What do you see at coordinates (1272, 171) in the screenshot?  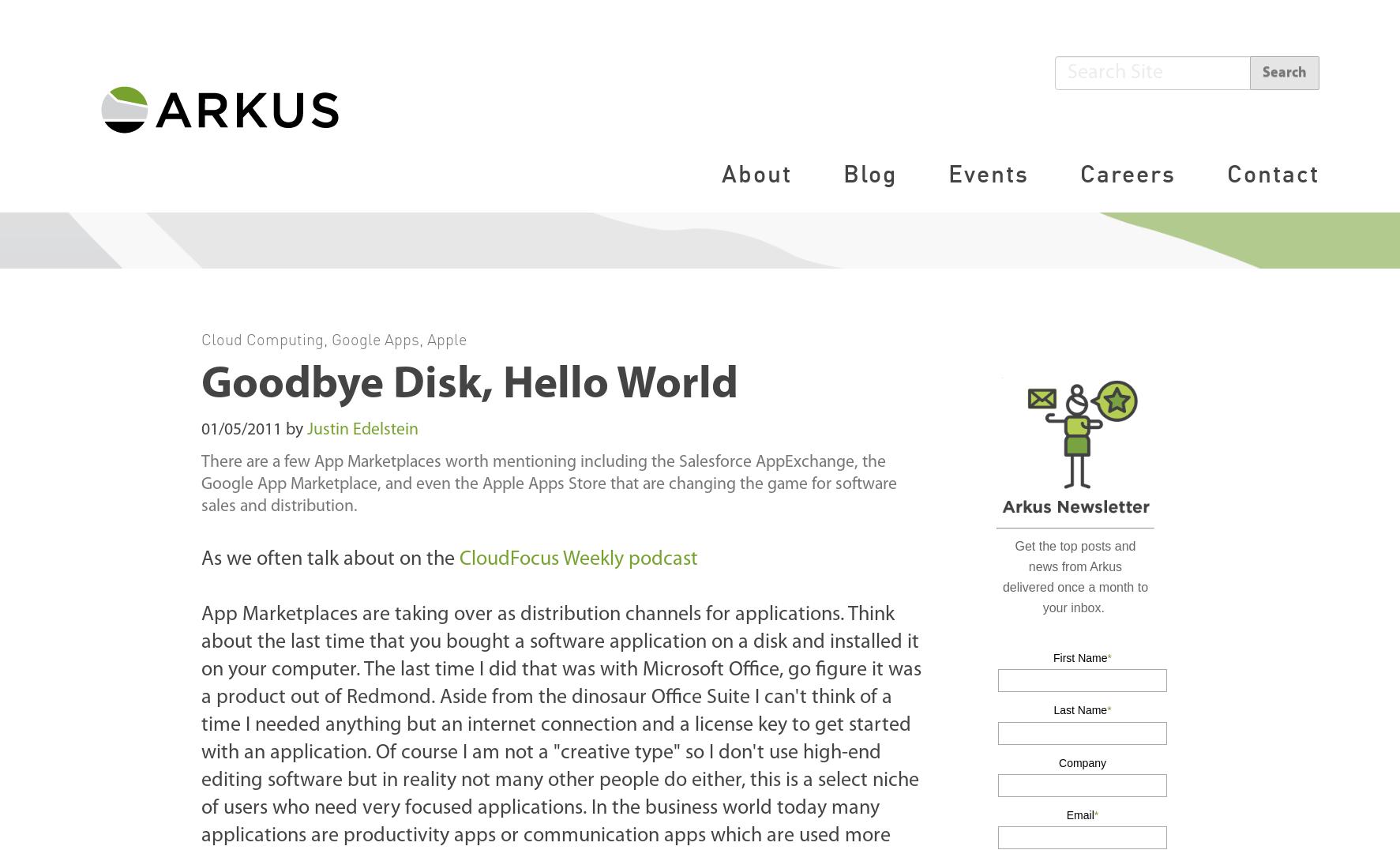 I see `'Contact'` at bounding box center [1272, 171].